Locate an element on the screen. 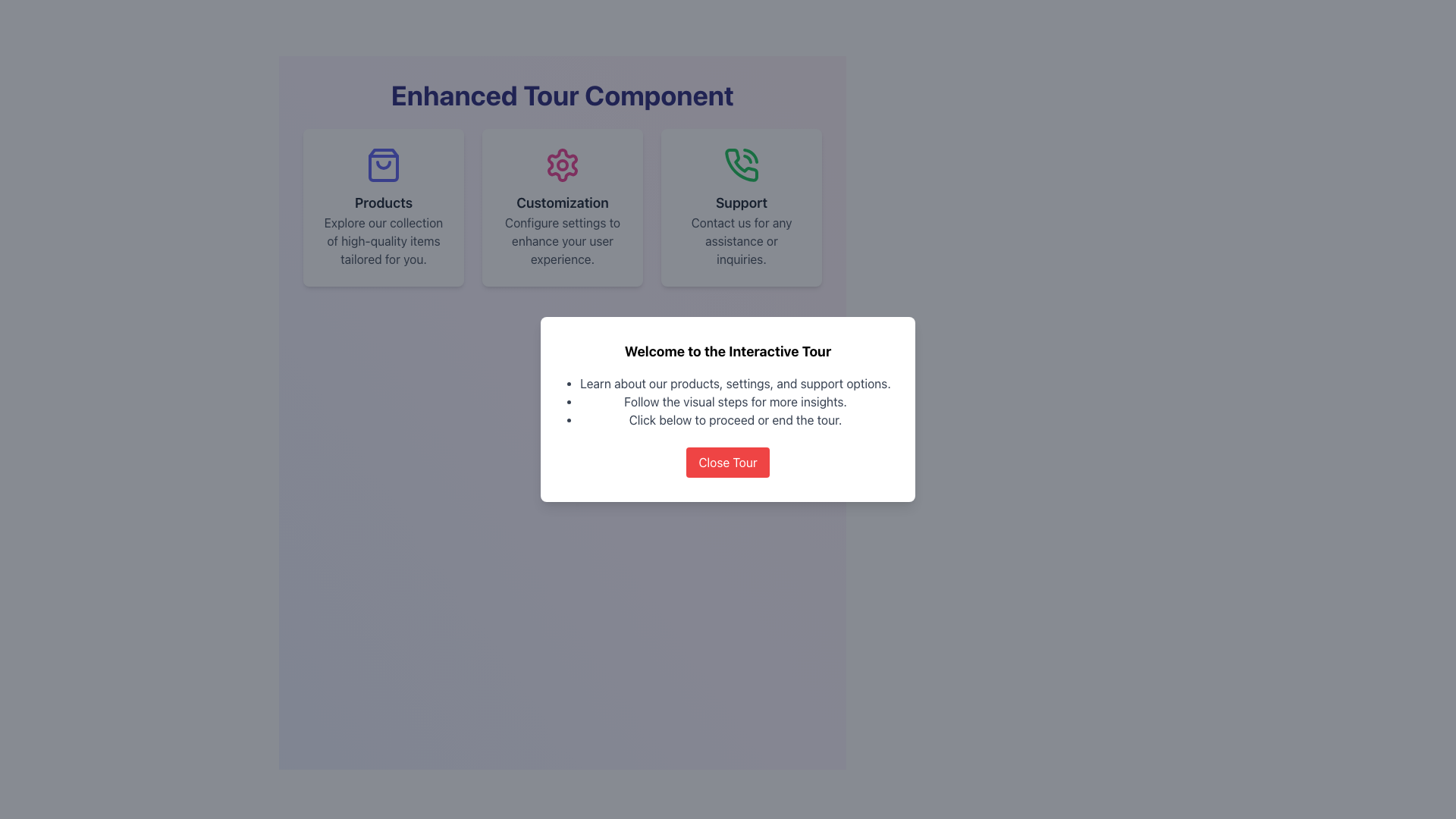 This screenshot has height=819, width=1456. the shopping bag icon element, which is part of the 'Products' card and features minimalistic line art styling in an indigo accent color is located at coordinates (383, 165).